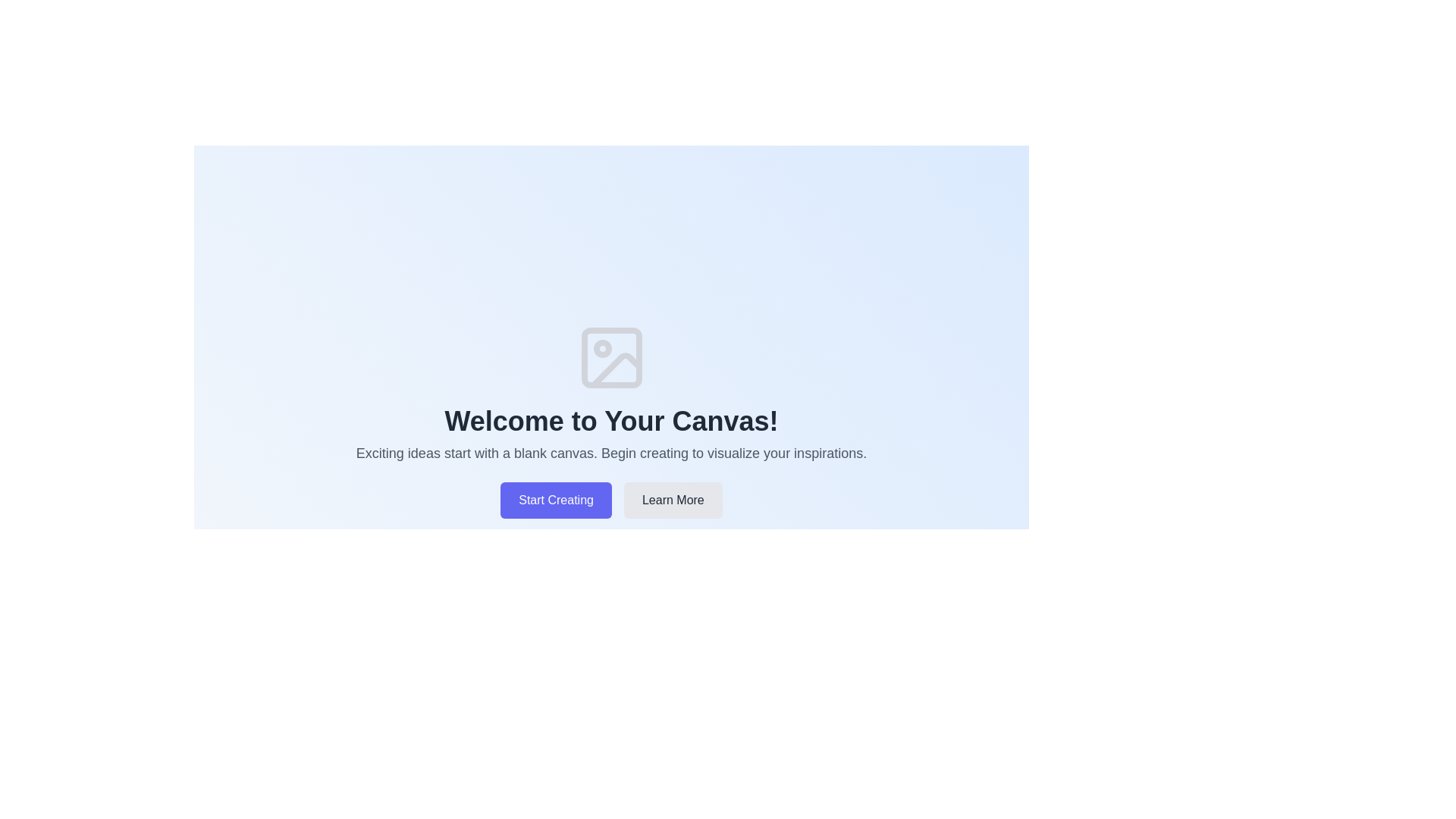 Image resolution: width=1456 pixels, height=819 pixels. What do you see at coordinates (672, 500) in the screenshot?
I see `the 'Learn More' button, which is a rectangular button with a light gray background and black text, located at the bottom center of the page` at bounding box center [672, 500].